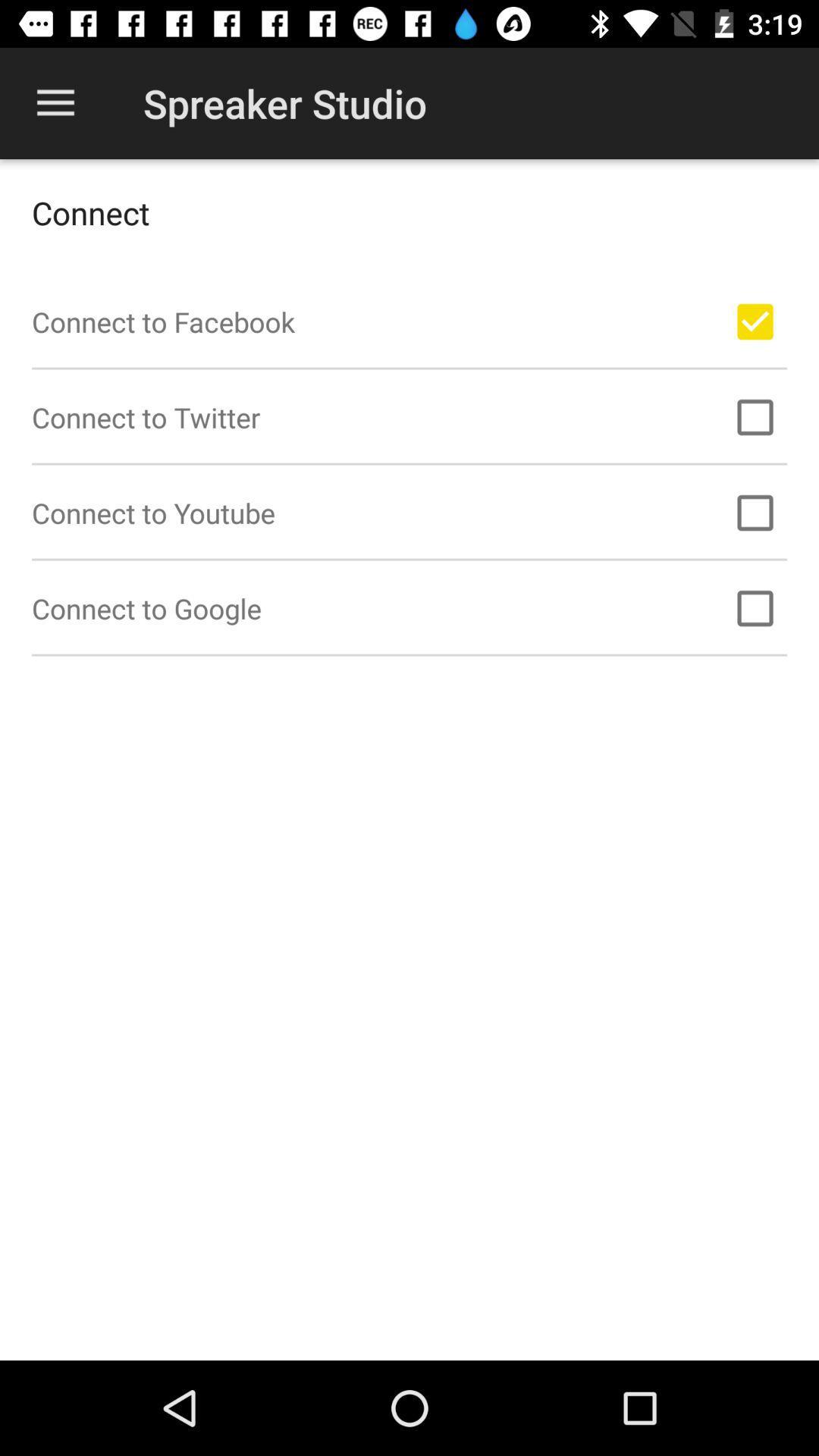 This screenshot has width=819, height=1456. What do you see at coordinates (755, 513) in the screenshot?
I see `connect youtube account` at bounding box center [755, 513].